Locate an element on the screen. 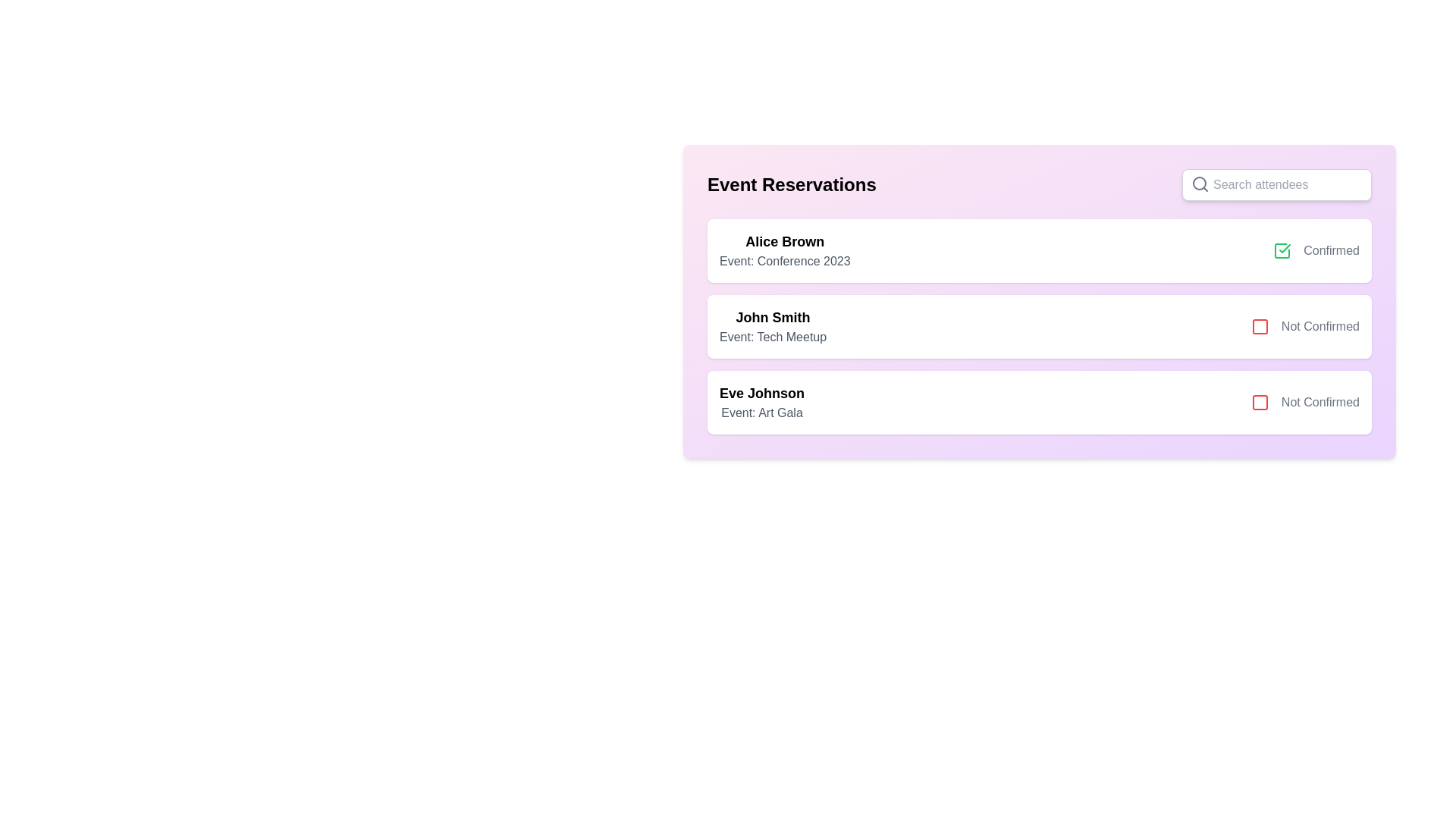 Image resolution: width=1456 pixels, height=819 pixels. the Text Display element that labels the attendee name and event details for the third reservation entry in a vertical list is located at coordinates (761, 402).